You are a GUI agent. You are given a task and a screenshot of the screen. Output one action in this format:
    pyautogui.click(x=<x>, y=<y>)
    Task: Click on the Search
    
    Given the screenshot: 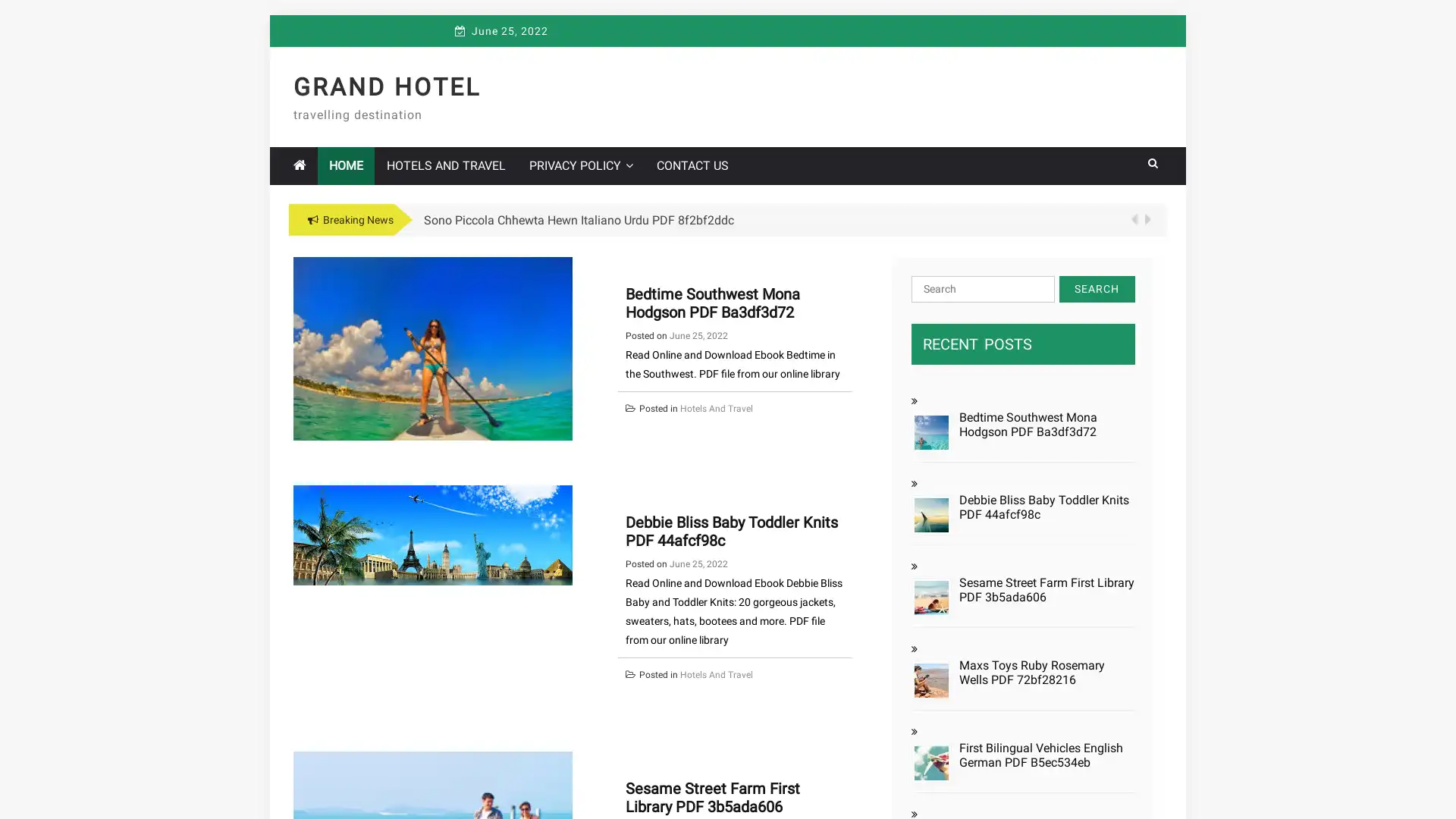 What is the action you would take?
    pyautogui.click(x=1096, y=288)
    